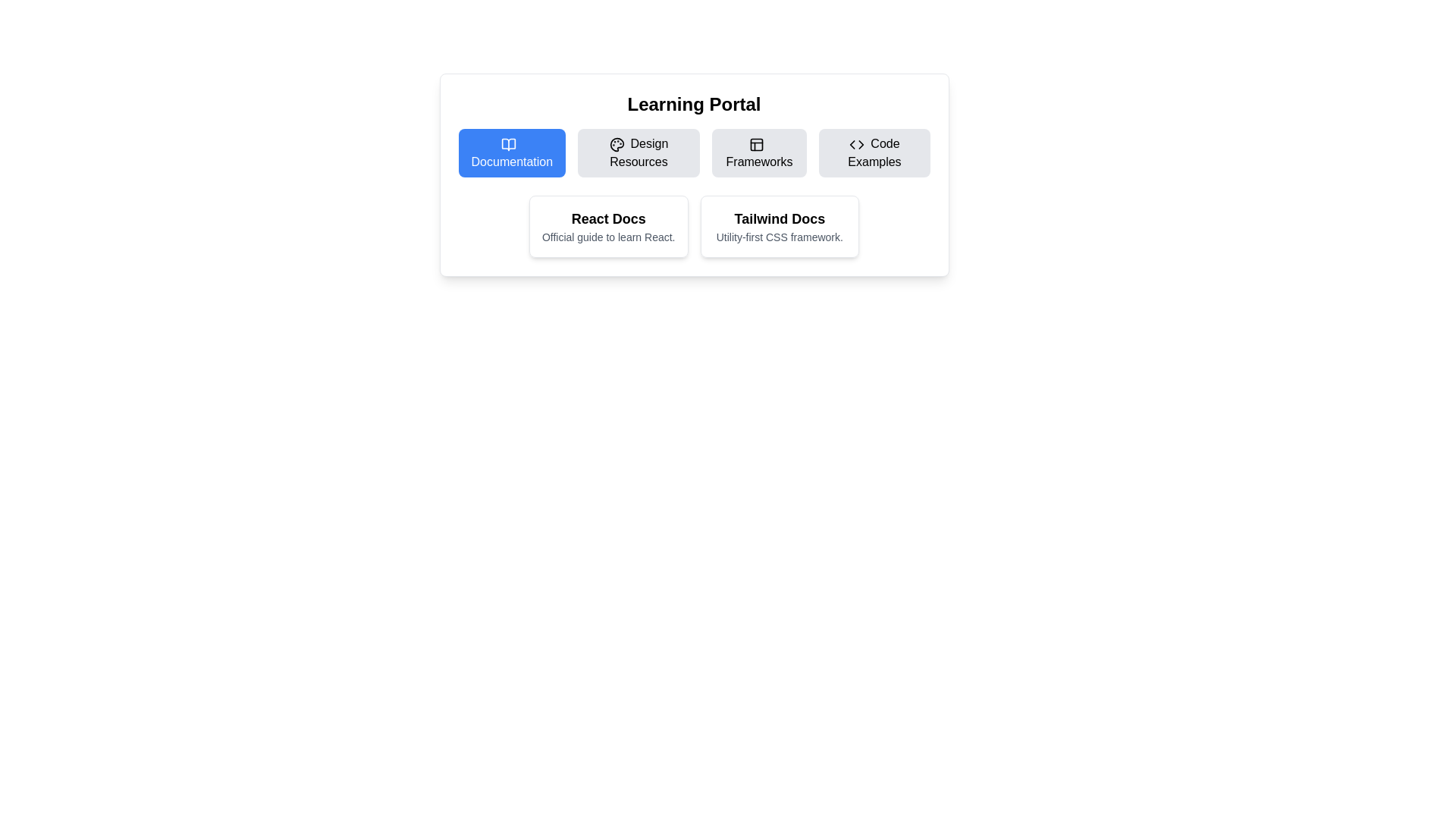 This screenshot has width=1456, height=819. What do you see at coordinates (639, 152) in the screenshot?
I see `the 'Design Resources' button, which has a light gray background and a palette icon` at bounding box center [639, 152].